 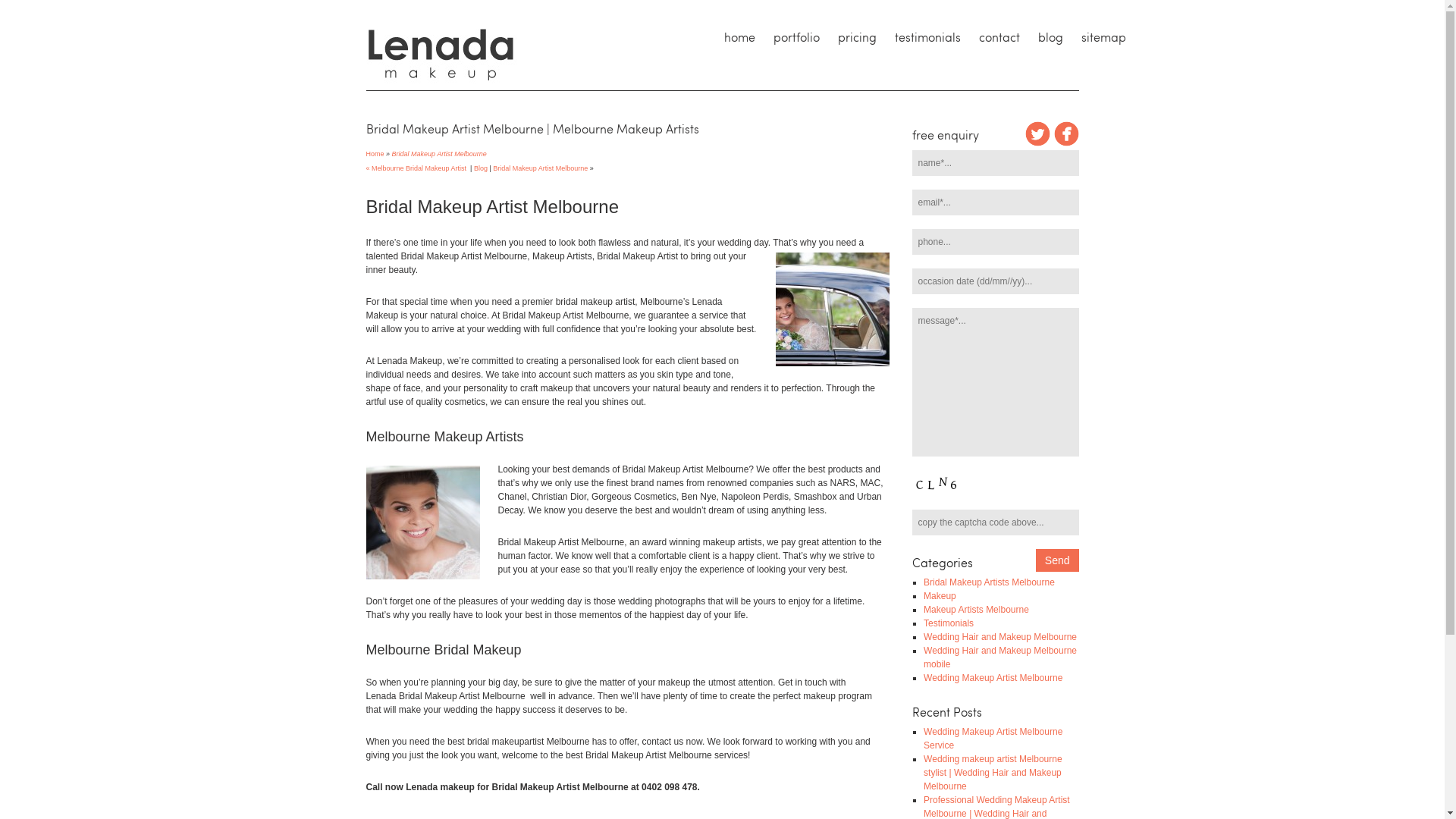 I want to click on 'Wedding Makeup Artist Melbourne Service', so click(x=993, y=738).